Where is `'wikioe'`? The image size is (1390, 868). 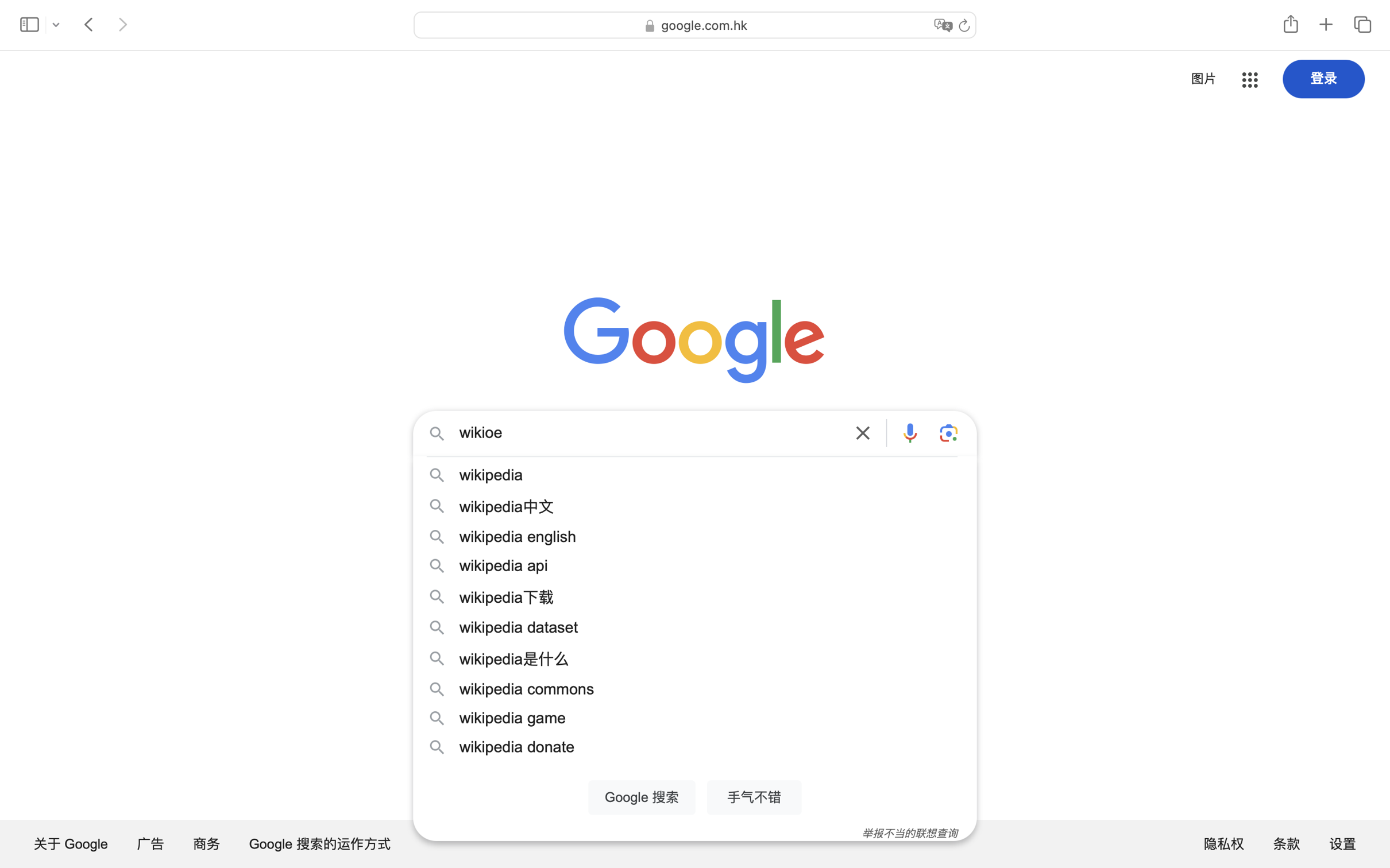 'wikioe' is located at coordinates (649, 434).